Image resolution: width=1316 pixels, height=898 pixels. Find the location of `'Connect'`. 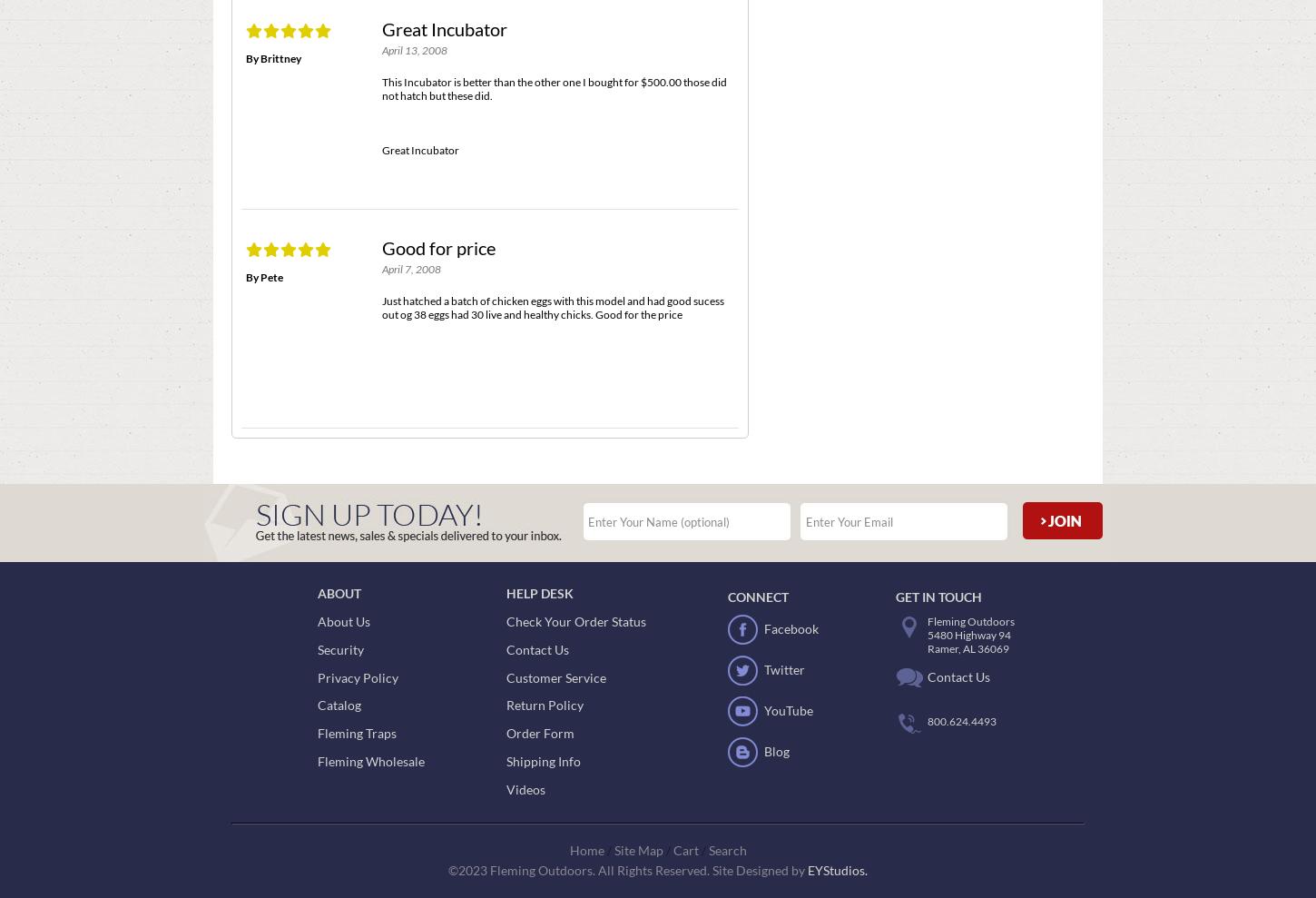

'Connect' is located at coordinates (758, 597).